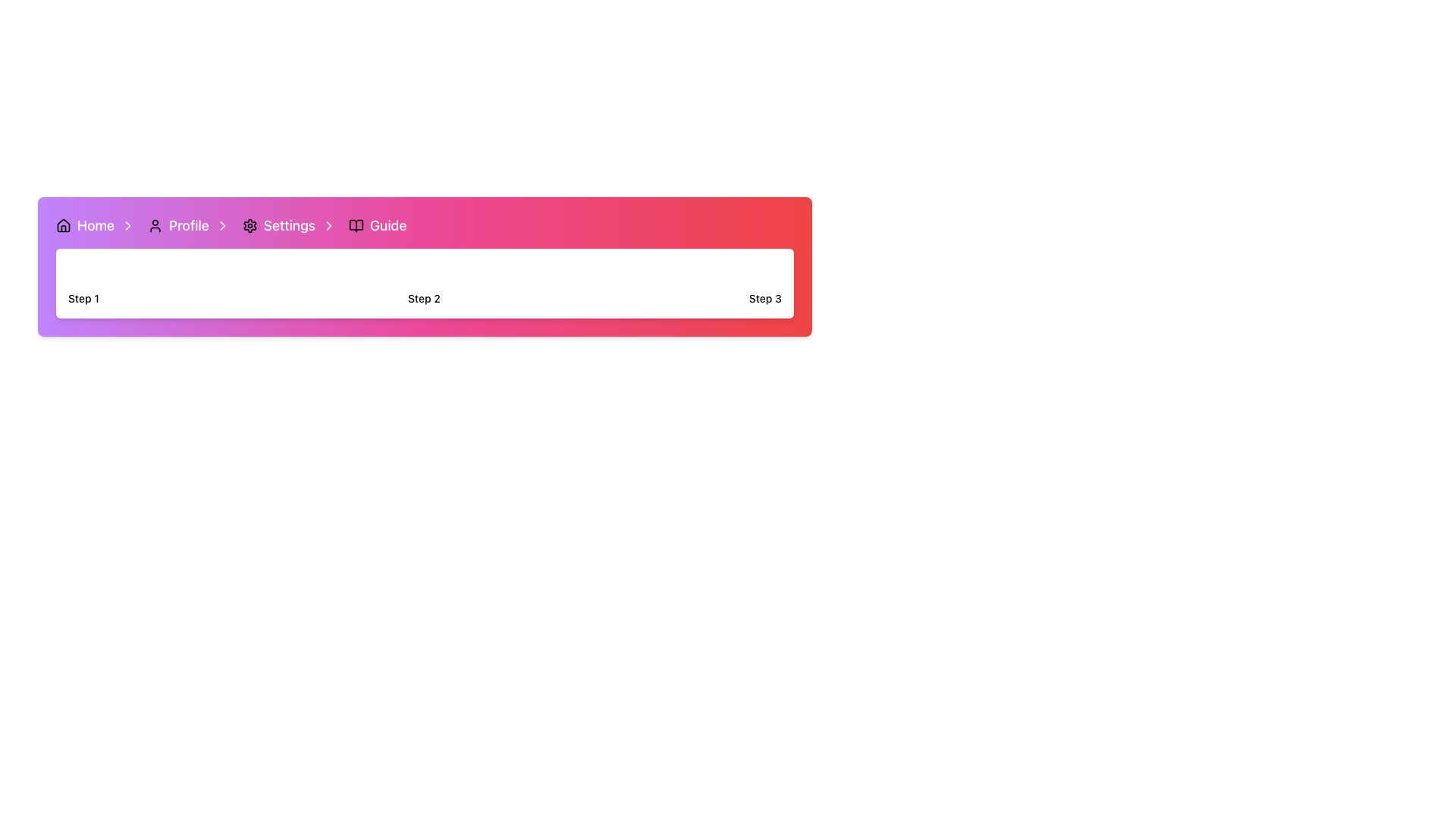 The height and width of the screenshot is (819, 1456). I want to click on the SVG graphical icon associated with the 'Guide' label in the breadcrumb navigation for navigation, so click(356, 225).